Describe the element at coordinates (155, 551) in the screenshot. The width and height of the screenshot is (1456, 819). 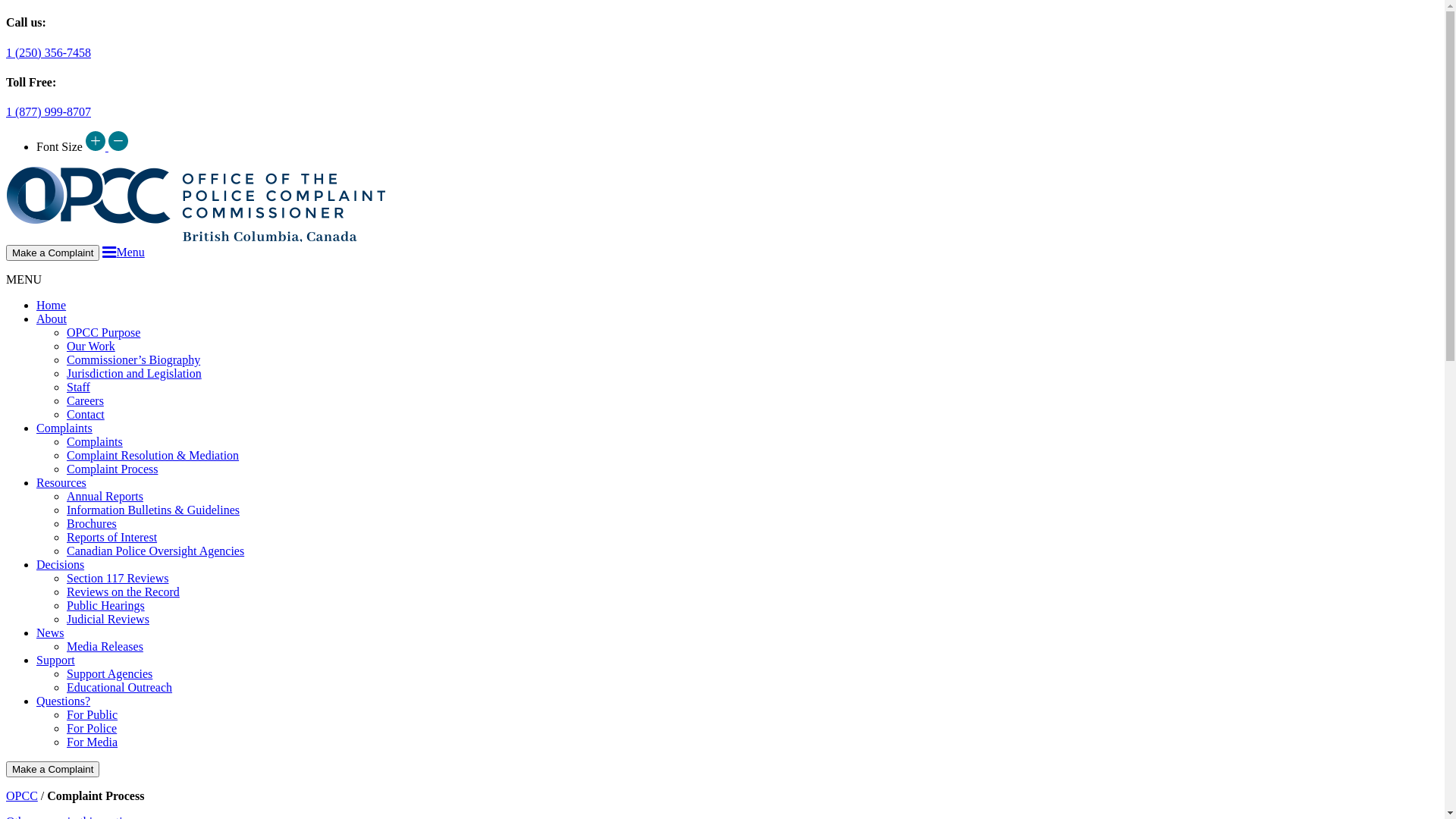
I see `'Canadian Police Oversight Agencies'` at that location.